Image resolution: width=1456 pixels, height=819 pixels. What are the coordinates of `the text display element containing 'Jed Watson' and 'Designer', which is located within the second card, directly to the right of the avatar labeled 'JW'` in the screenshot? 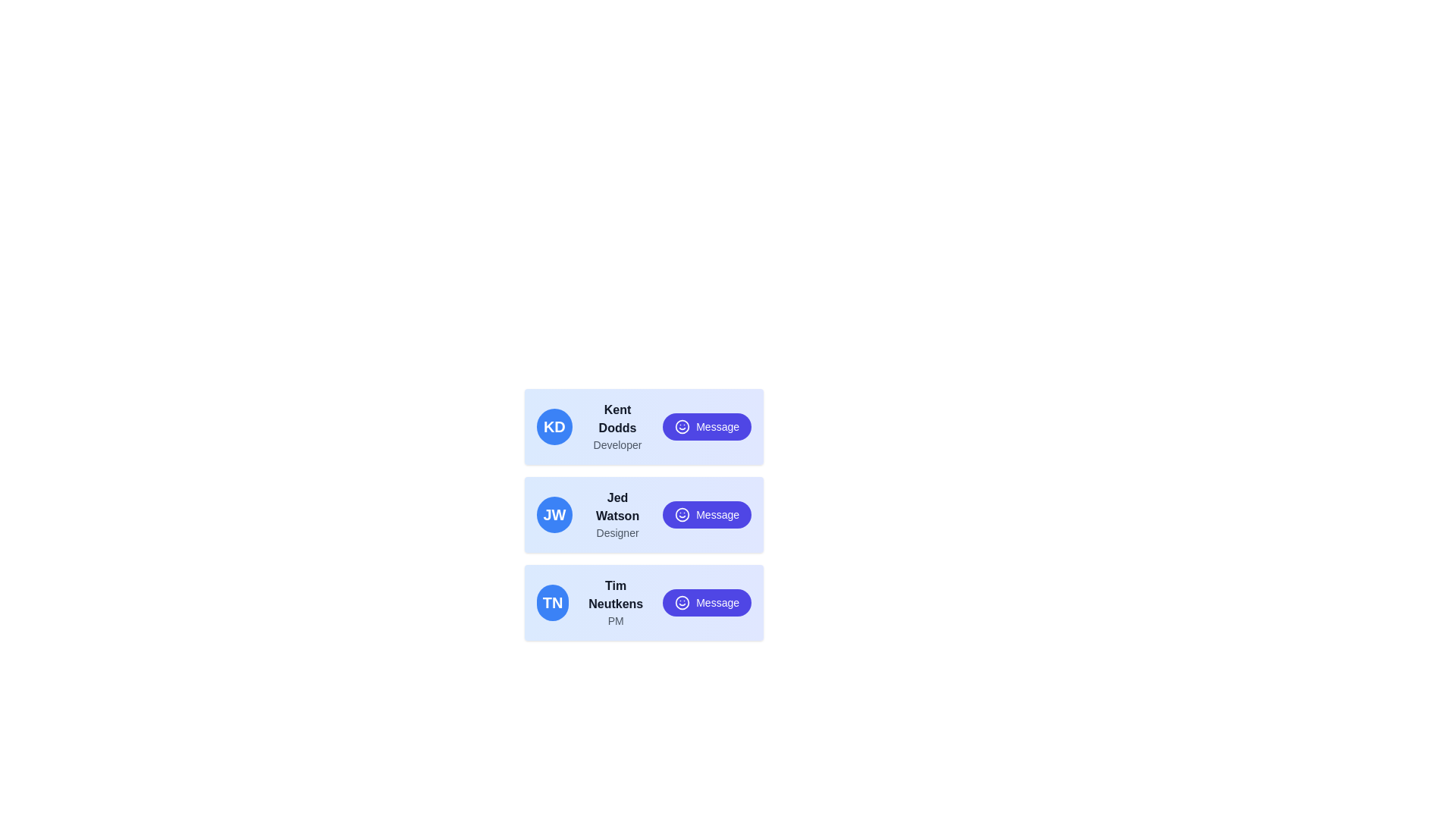 It's located at (617, 513).